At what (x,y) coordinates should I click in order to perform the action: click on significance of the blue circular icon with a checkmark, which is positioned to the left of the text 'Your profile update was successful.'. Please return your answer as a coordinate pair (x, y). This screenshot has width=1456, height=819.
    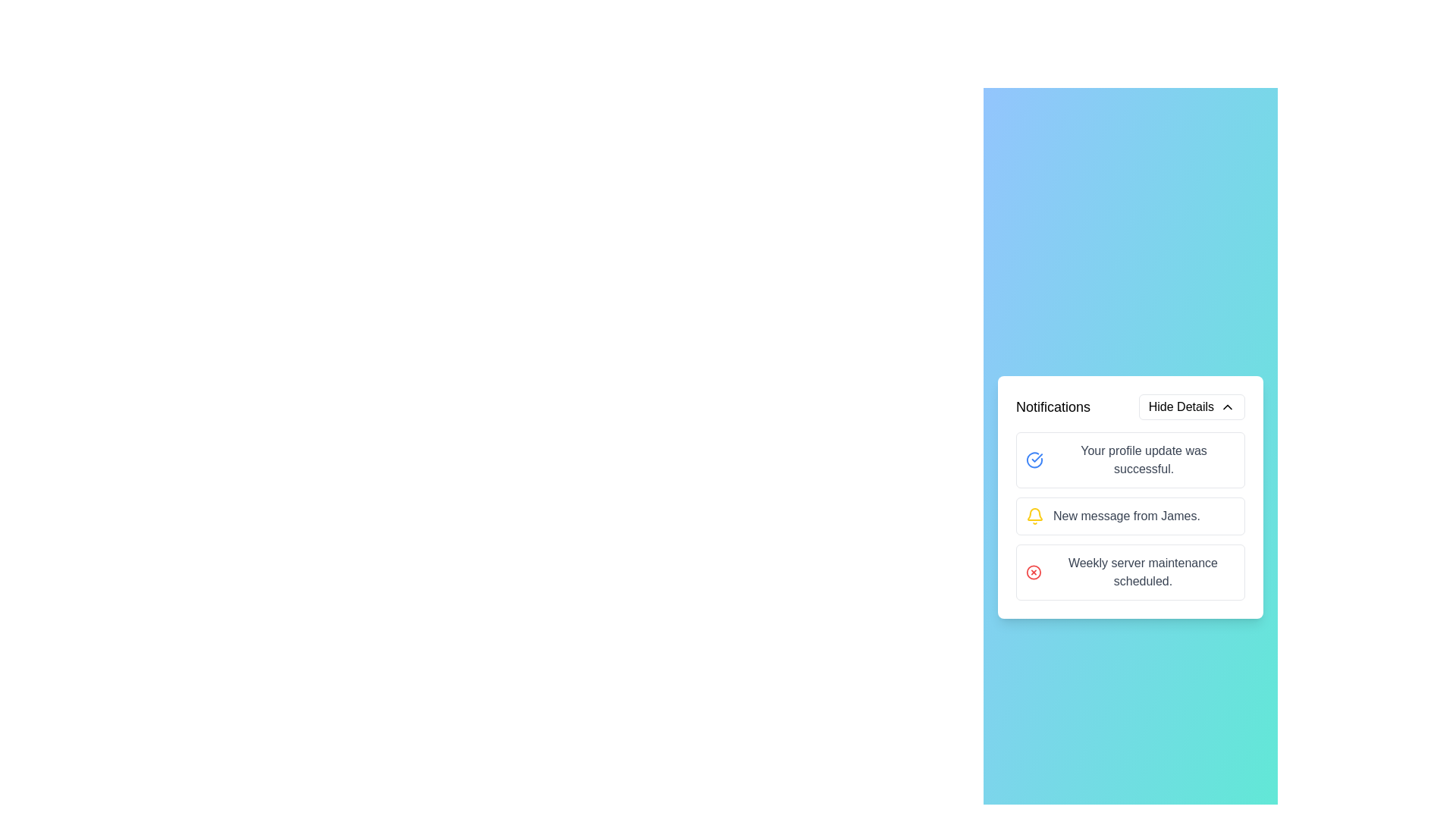
    Looking at the image, I should click on (1034, 459).